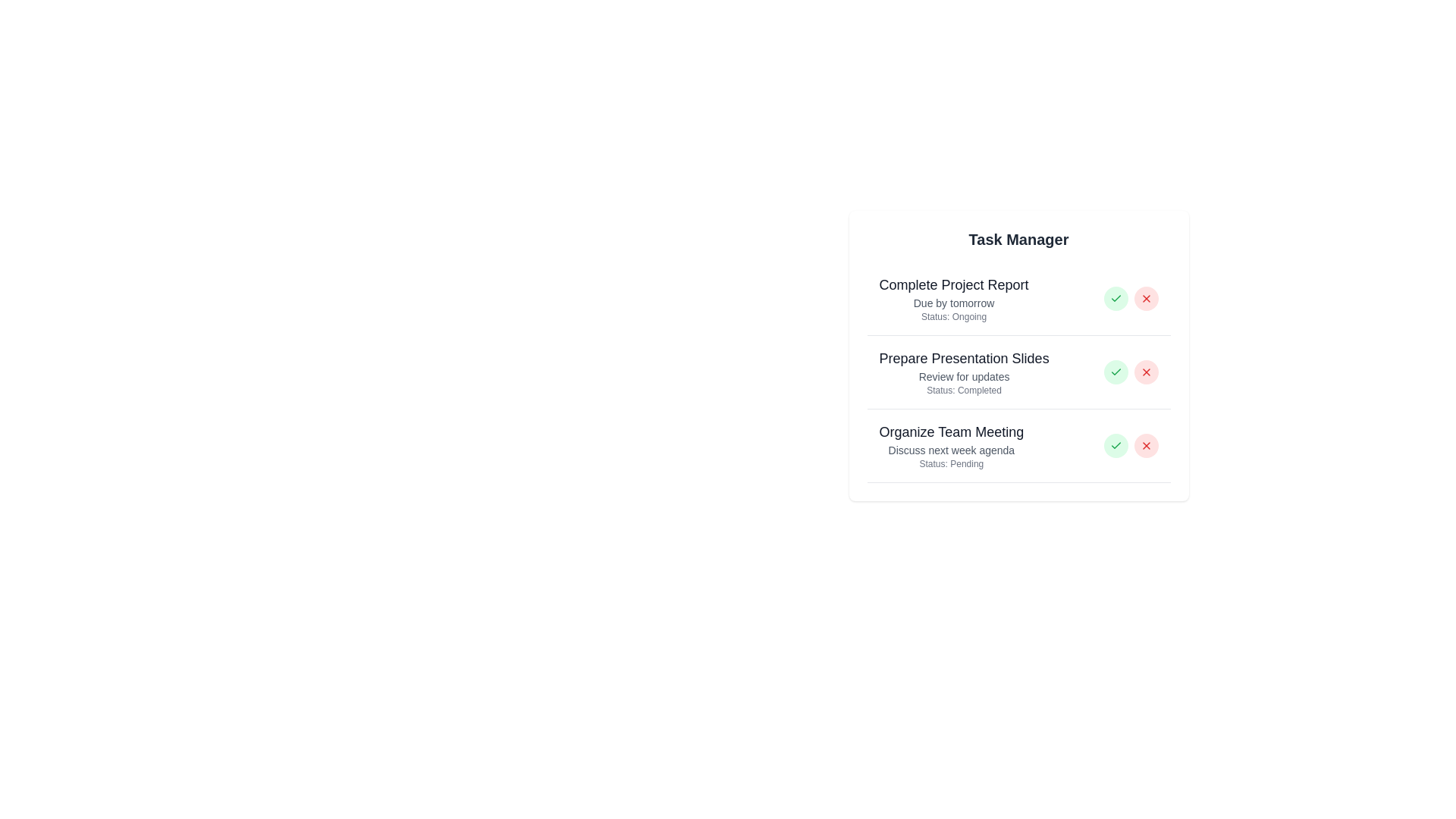 The width and height of the screenshot is (1456, 819). What do you see at coordinates (950, 450) in the screenshot?
I see `the text element that reads 'Discuss next week agenda.' which is styled in gray and located below 'Organize Team Meeting.'` at bounding box center [950, 450].